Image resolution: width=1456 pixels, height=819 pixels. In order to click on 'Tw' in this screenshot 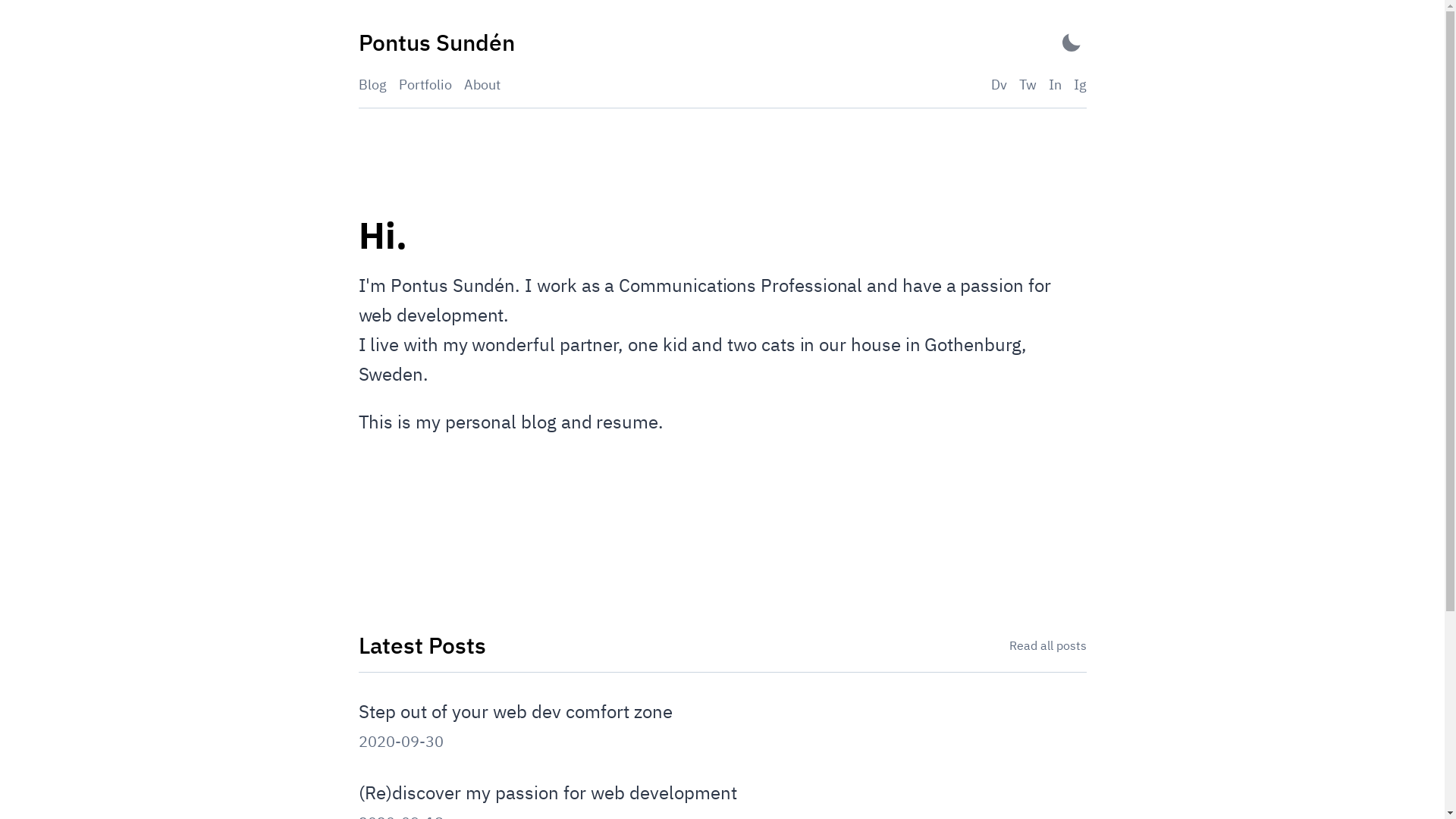, I will do `click(1028, 84)`.